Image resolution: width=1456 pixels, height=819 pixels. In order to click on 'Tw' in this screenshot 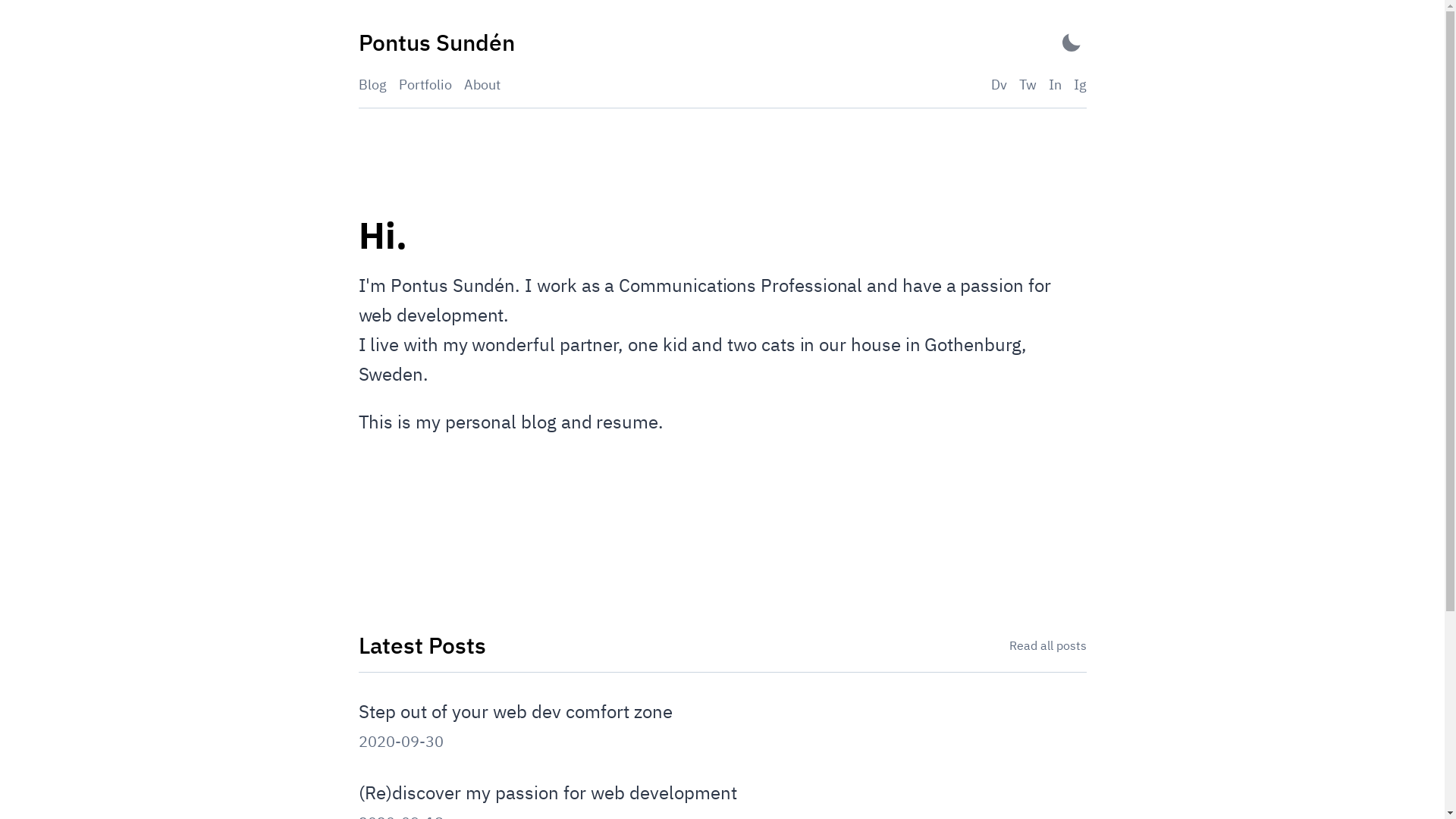, I will do `click(1028, 84)`.